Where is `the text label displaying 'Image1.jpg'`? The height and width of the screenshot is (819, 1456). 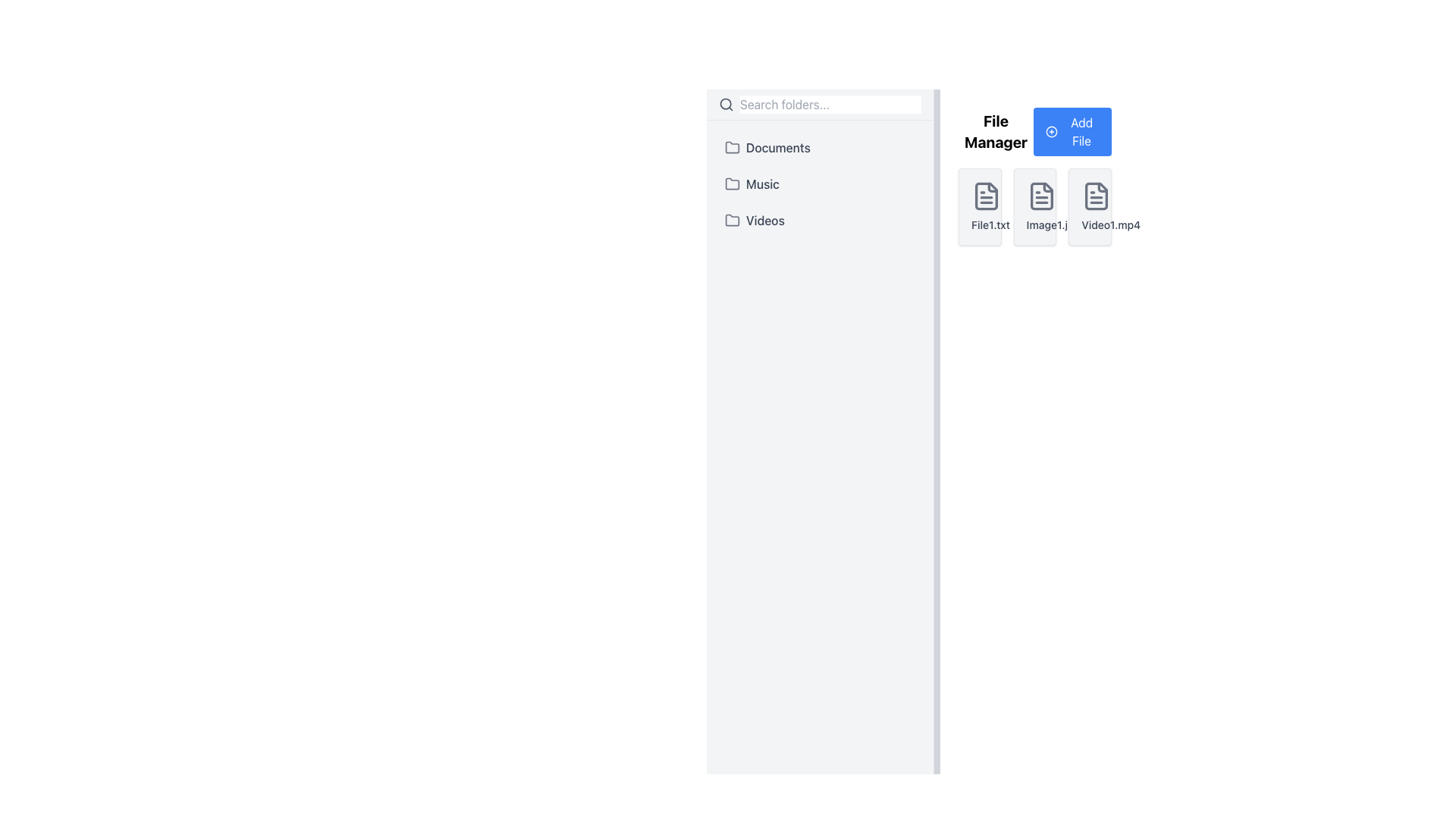 the text label displaying 'Image1.jpg' is located at coordinates (1034, 225).